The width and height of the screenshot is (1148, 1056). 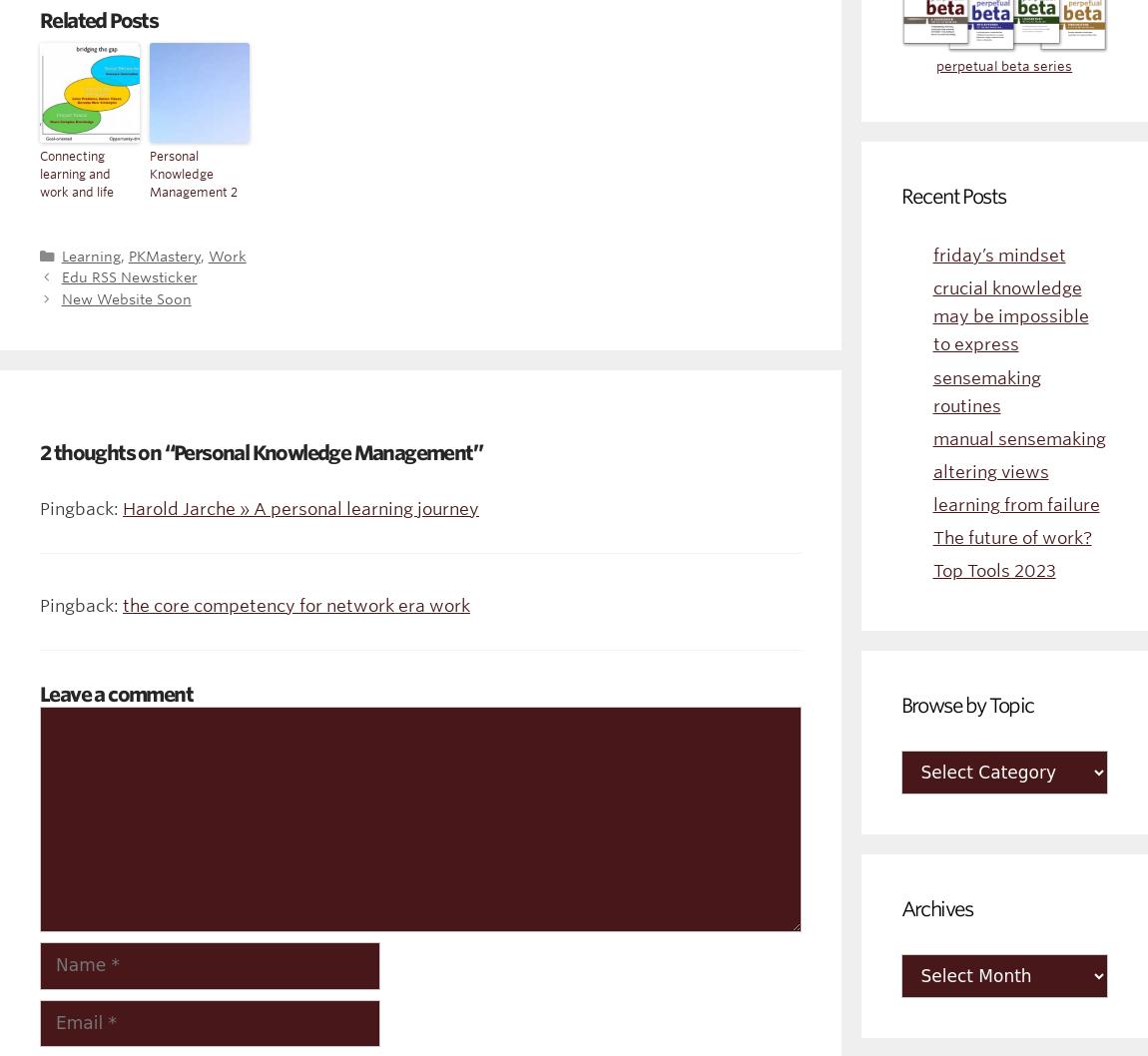 I want to click on 'manual sensemaking', so click(x=1018, y=437).